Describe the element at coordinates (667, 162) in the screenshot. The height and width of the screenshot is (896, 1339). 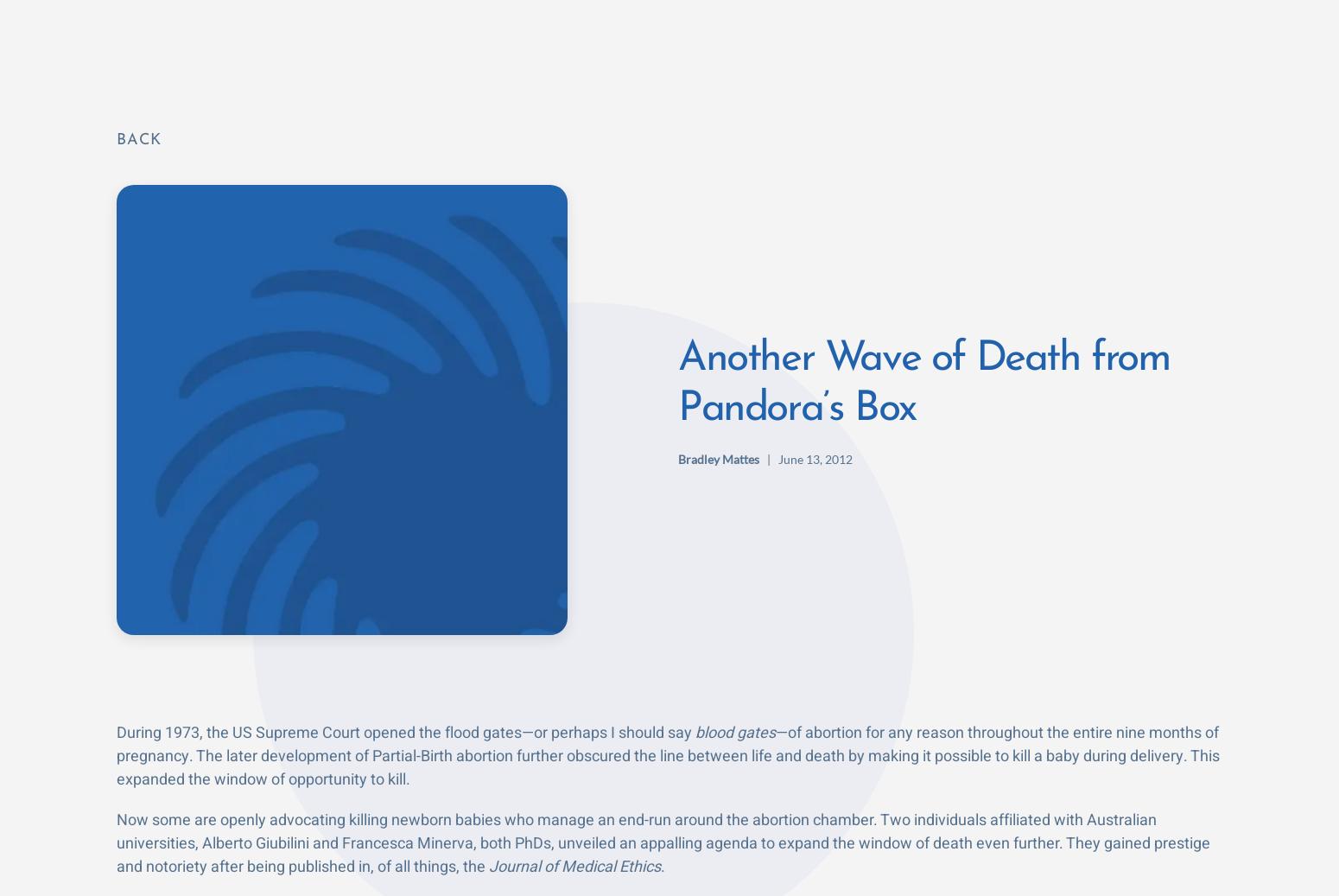
I see `'At the core of their reasoning is the tragically warped notion that newborns aren’t “actual people.” They’re “merely potential persons” because they aren’t cognitively aware of what they’d be missing had they been allowed to live. The authors wrote, “Merely being human is not in itself a reason for ascribing someone a right to life.” Chilling isn’t it? But in fairness to them, they cite prime examples already accepted by society: embryonic stem cell research and abortion. We could also add physician-assisted suicide. Of course this doesn’t justify the killing, but it bolsters their case with the PhD crowd.'` at that location.